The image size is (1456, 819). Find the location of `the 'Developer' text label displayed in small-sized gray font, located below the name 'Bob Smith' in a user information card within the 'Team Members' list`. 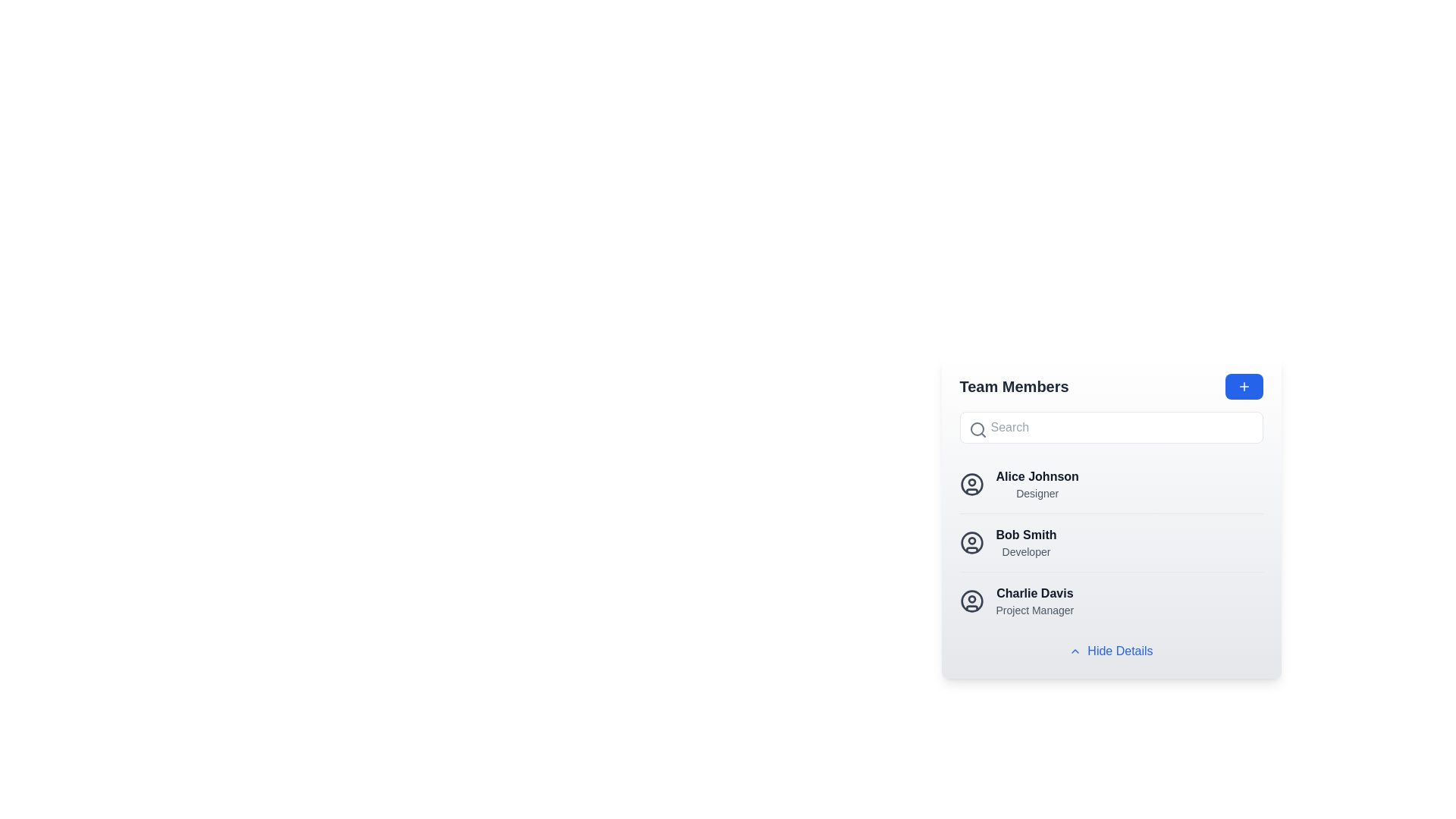

the 'Developer' text label displayed in small-sized gray font, located below the name 'Bob Smith' in a user information card within the 'Team Members' list is located at coordinates (1026, 552).